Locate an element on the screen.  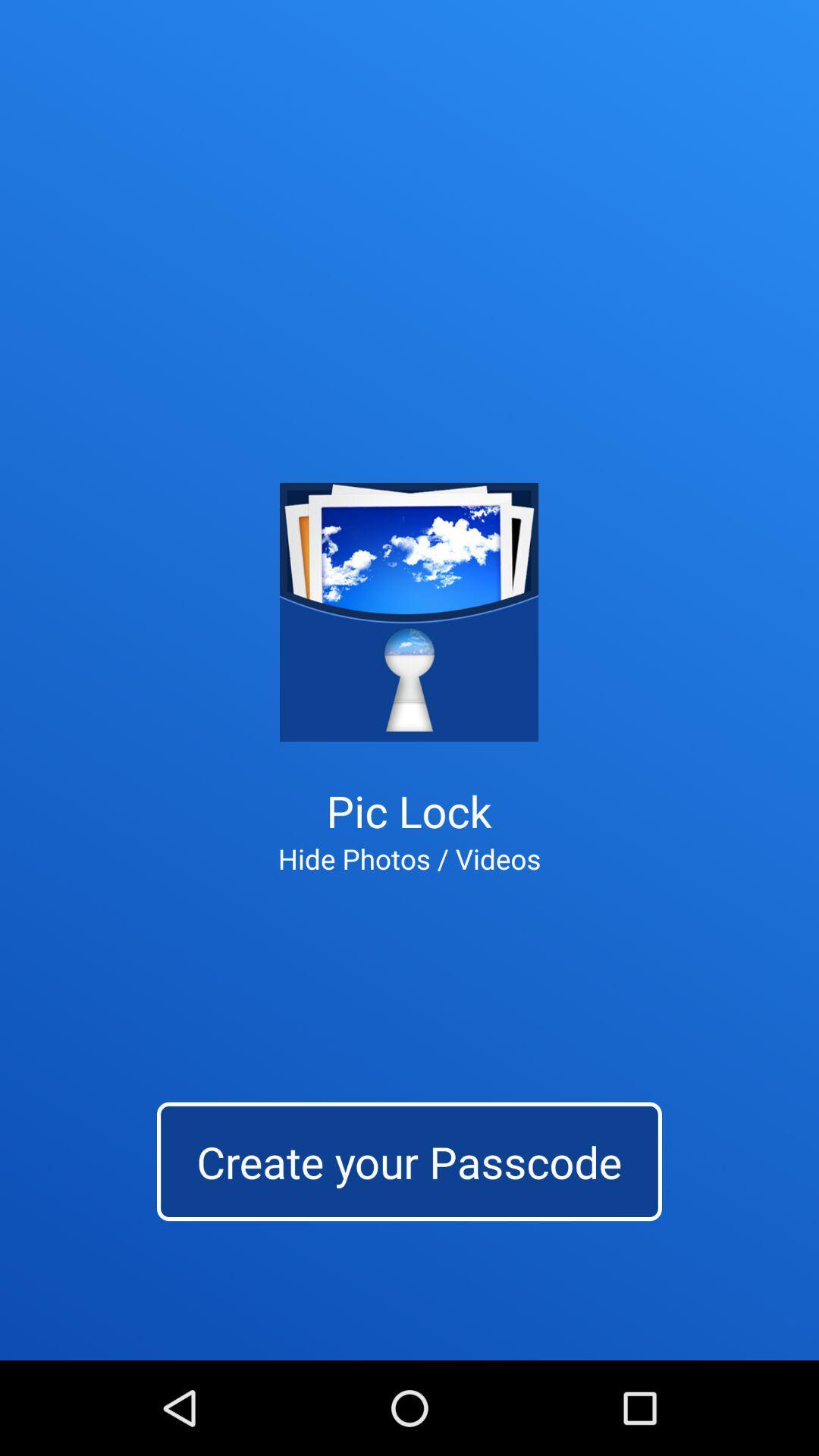
create your passcode item is located at coordinates (409, 1160).